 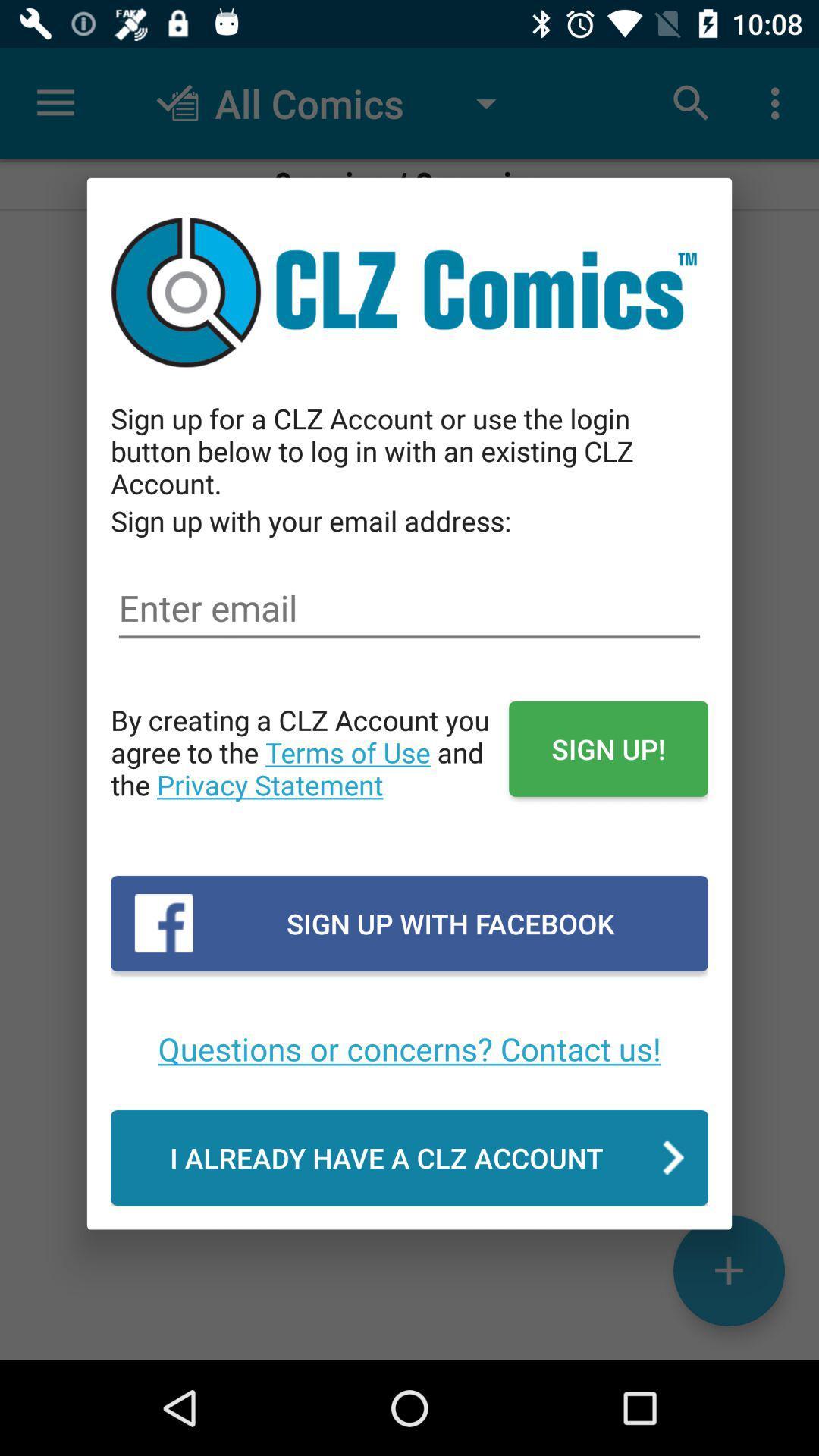 What do you see at coordinates (409, 1047) in the screenshot?
I see `the questions or concerns` at bounding box center [409, 1047].